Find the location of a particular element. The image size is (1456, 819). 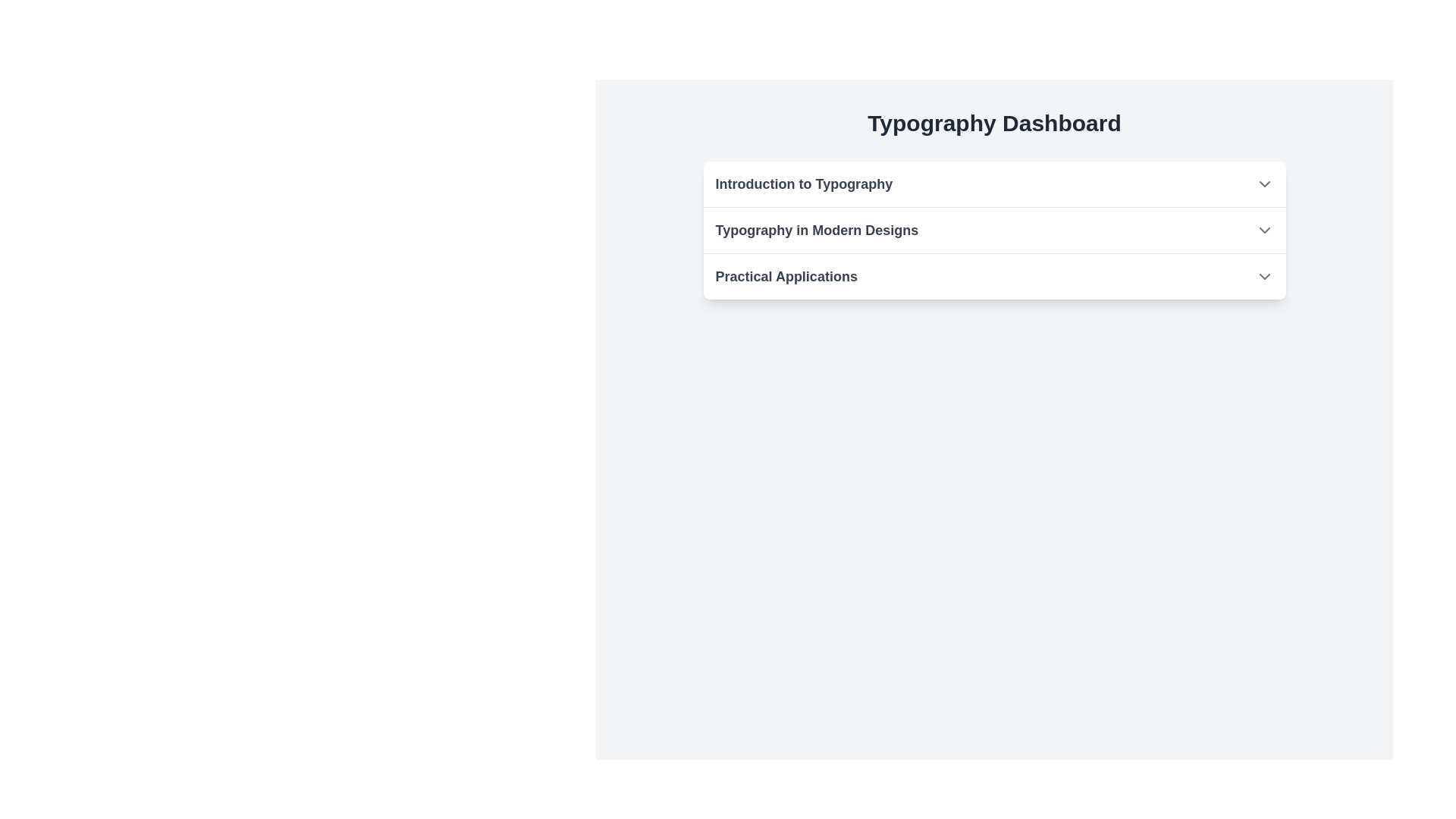

the 'Introduction to Typography' Collapsible List Item is located at coordinates (994, 184).